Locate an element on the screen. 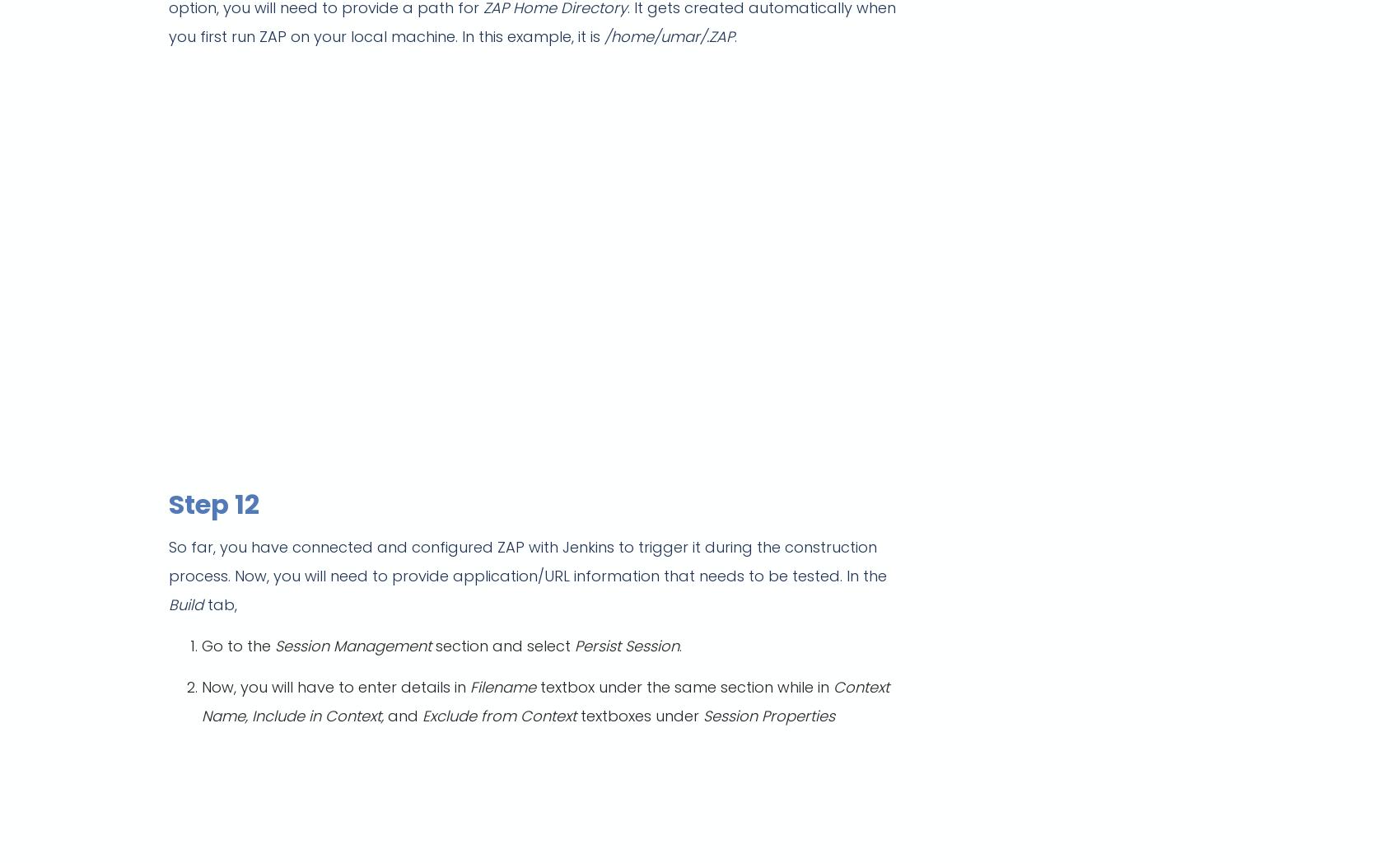 The image size is (1400, 863). 'Session Management' is located at coordinates (355, 646).